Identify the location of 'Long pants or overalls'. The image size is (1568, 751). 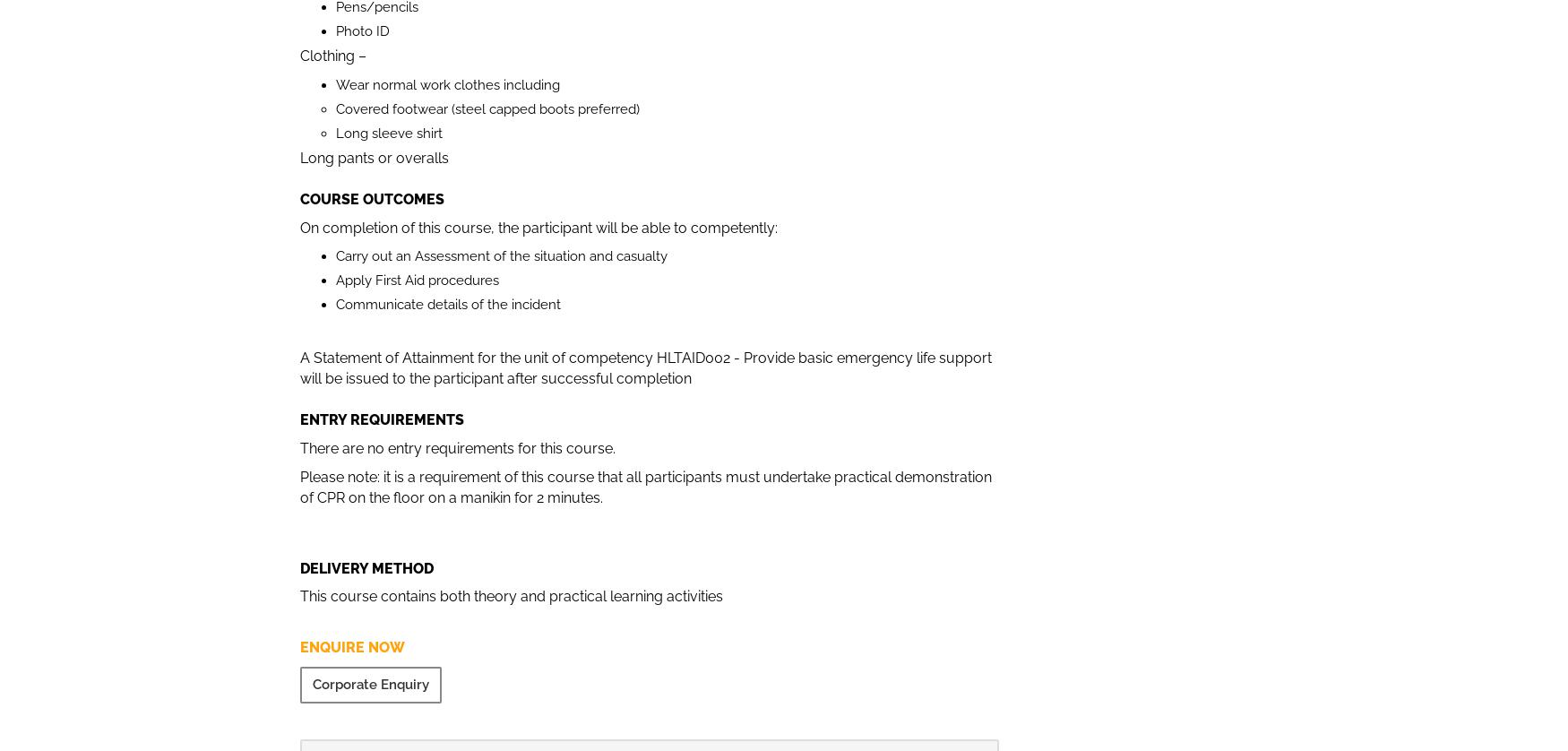
(374, 157).